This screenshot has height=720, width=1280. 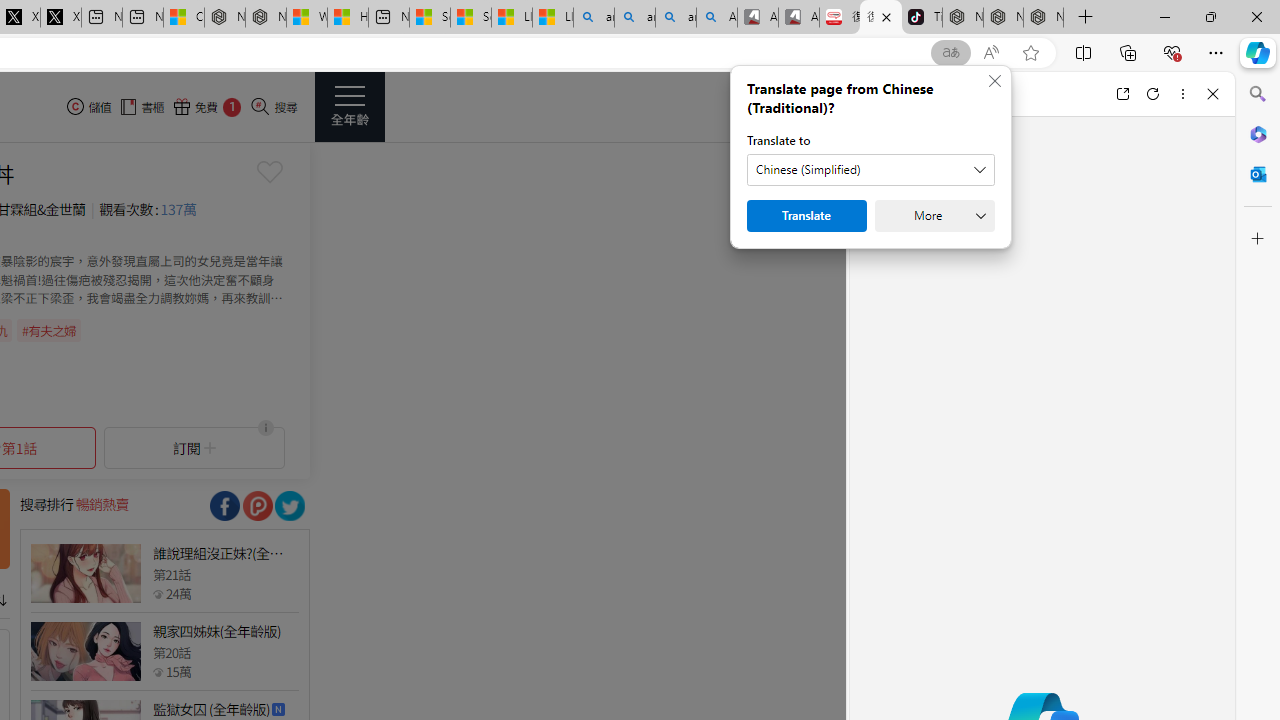 What do you see at coordinates (288, 505) in the screenshot?
I see `'Class: socialShare'` at bounding box center [288, 505].